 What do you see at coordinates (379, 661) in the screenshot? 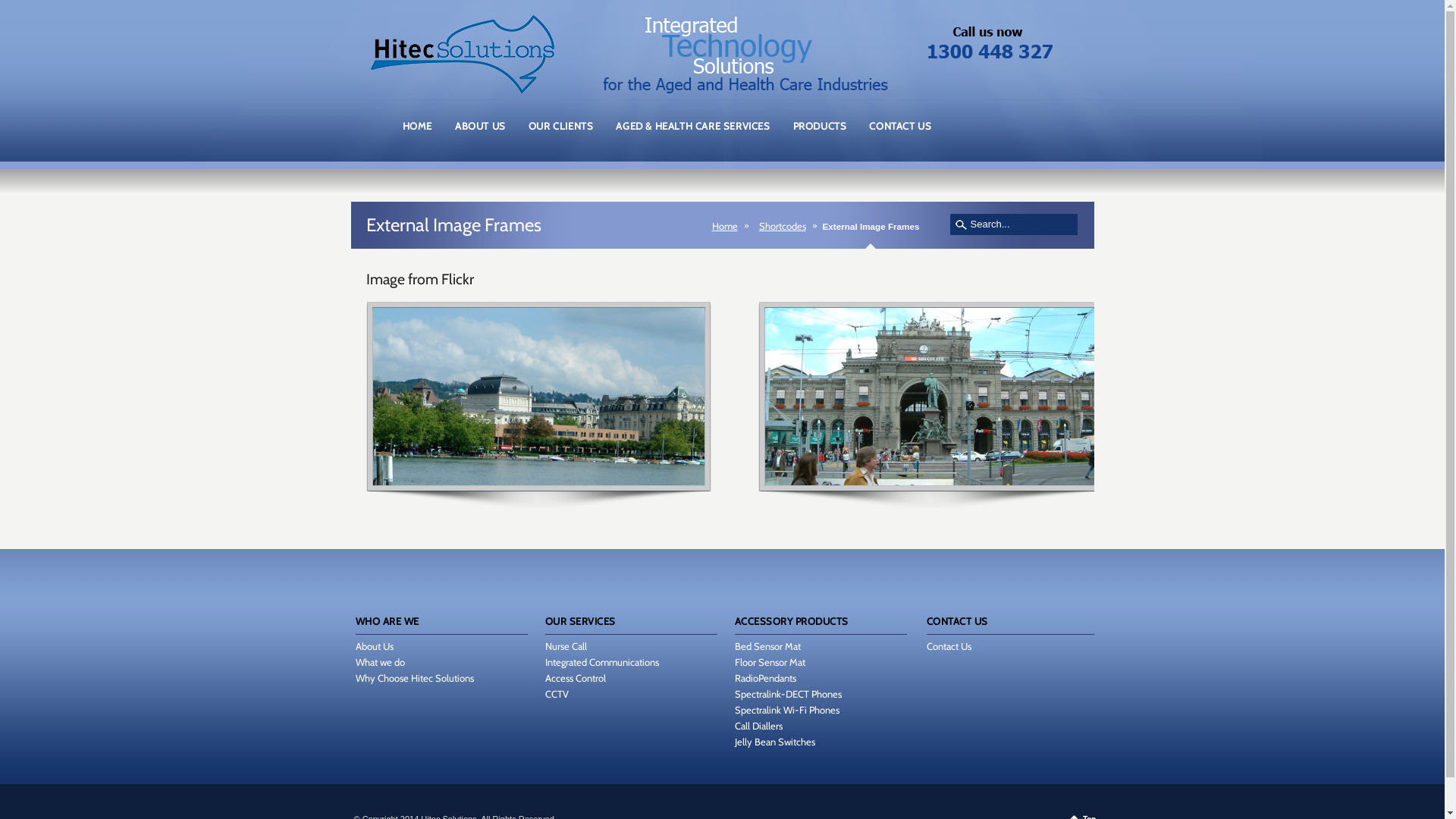
I see `'What we do'` at bounding box center [379, 661].